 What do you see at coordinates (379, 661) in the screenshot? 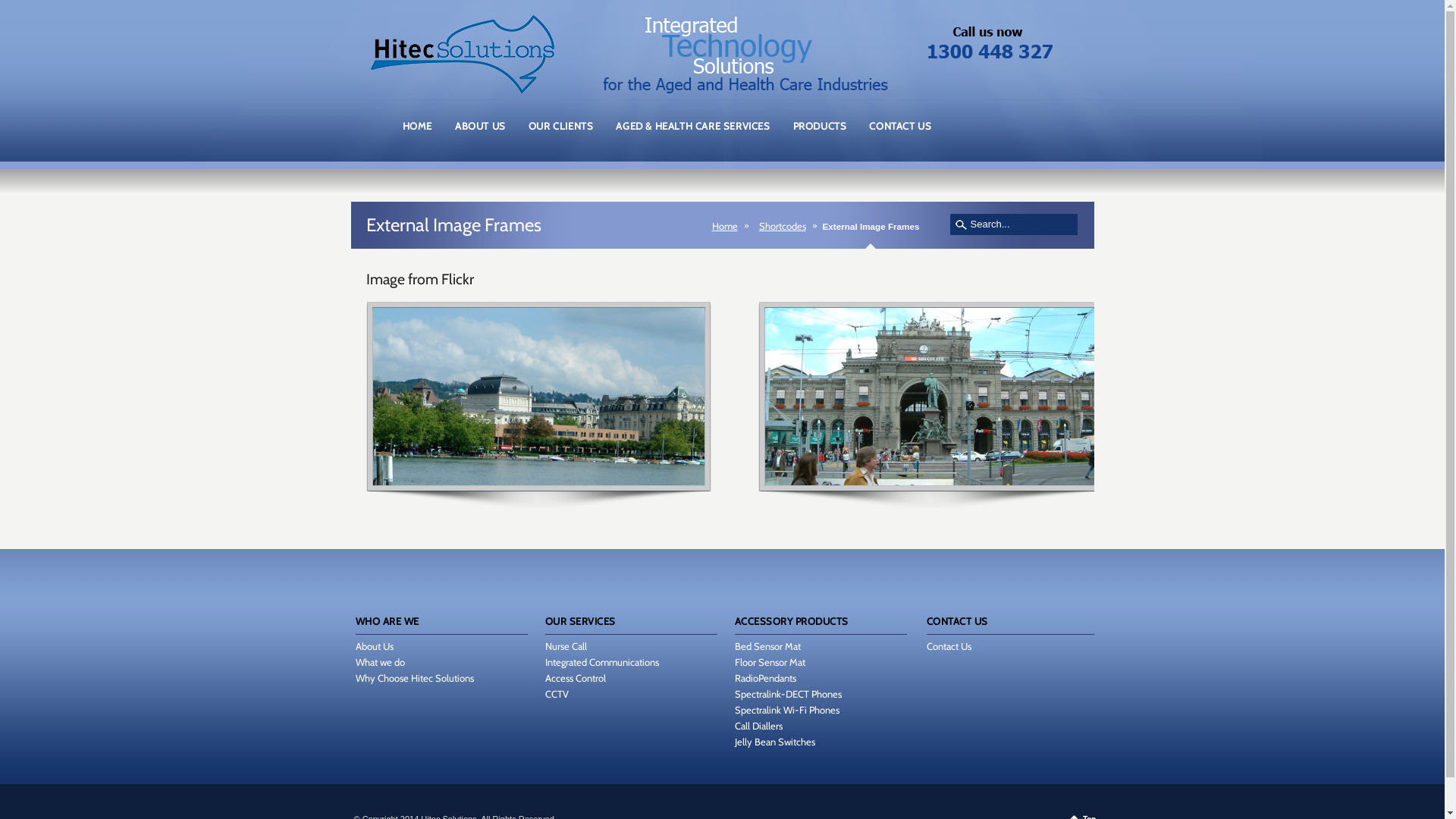
I see `'What we do'` at bounding box center [379, 661].